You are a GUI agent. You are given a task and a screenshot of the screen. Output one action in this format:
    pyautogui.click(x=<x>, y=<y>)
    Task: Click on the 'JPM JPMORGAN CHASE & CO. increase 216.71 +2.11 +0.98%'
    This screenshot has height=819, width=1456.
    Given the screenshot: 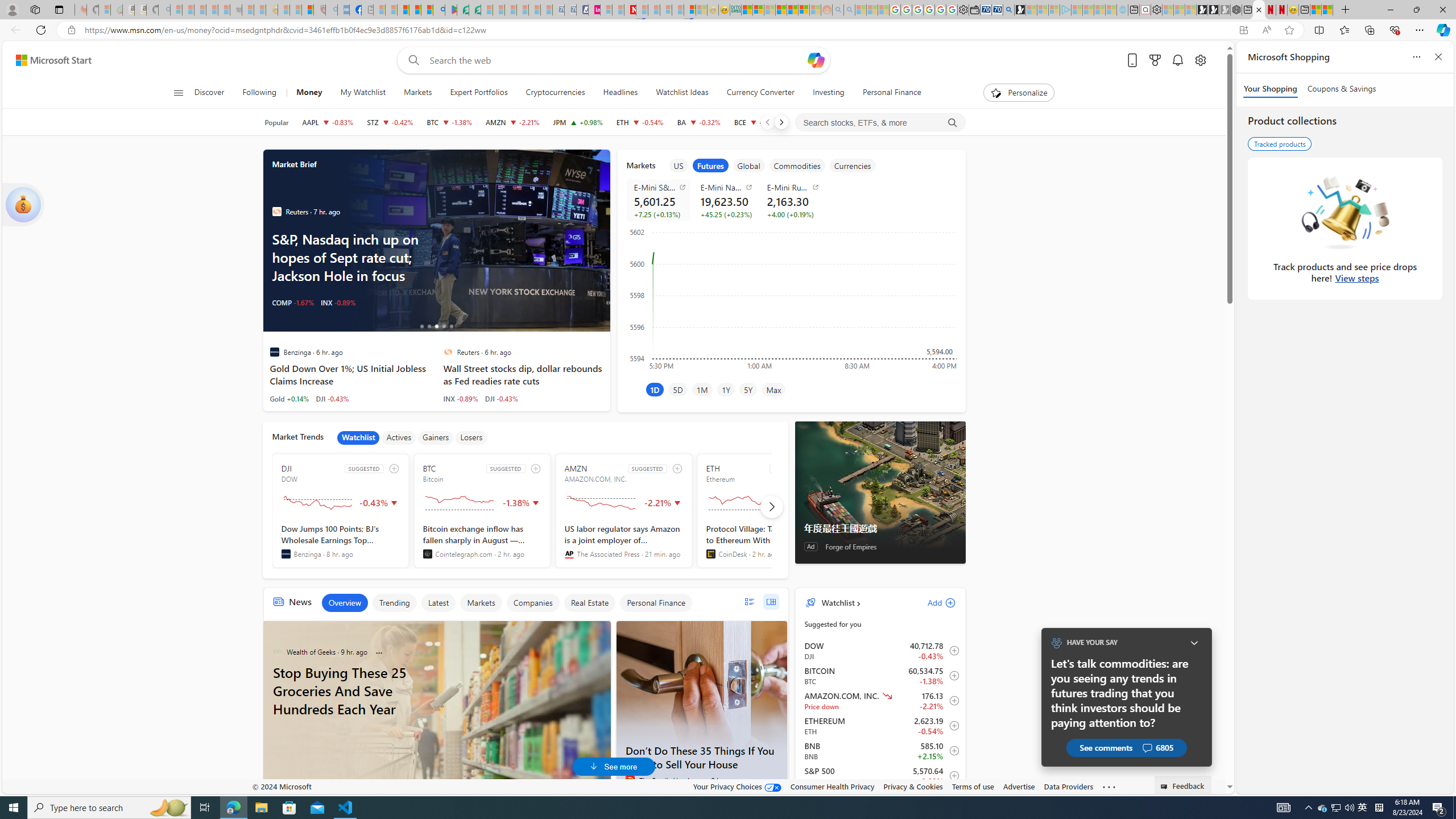 What is the action you would take?
    pyautogui.click(x=577, y=122)
    